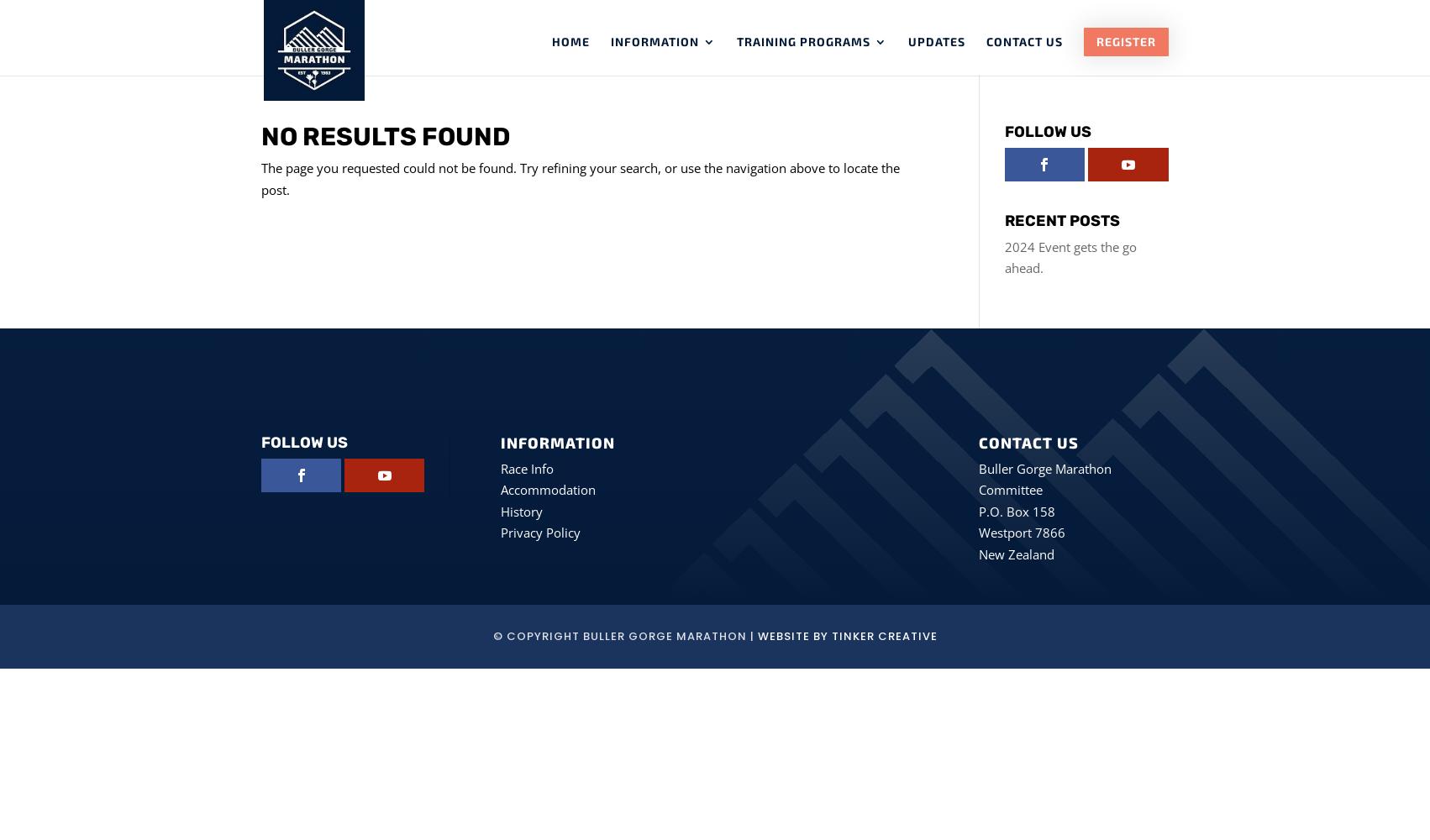 The image size is (1430, 840). Describe the element at coordinates (676, 245) in the screenshot. I see `'Sponsors'` at that location.